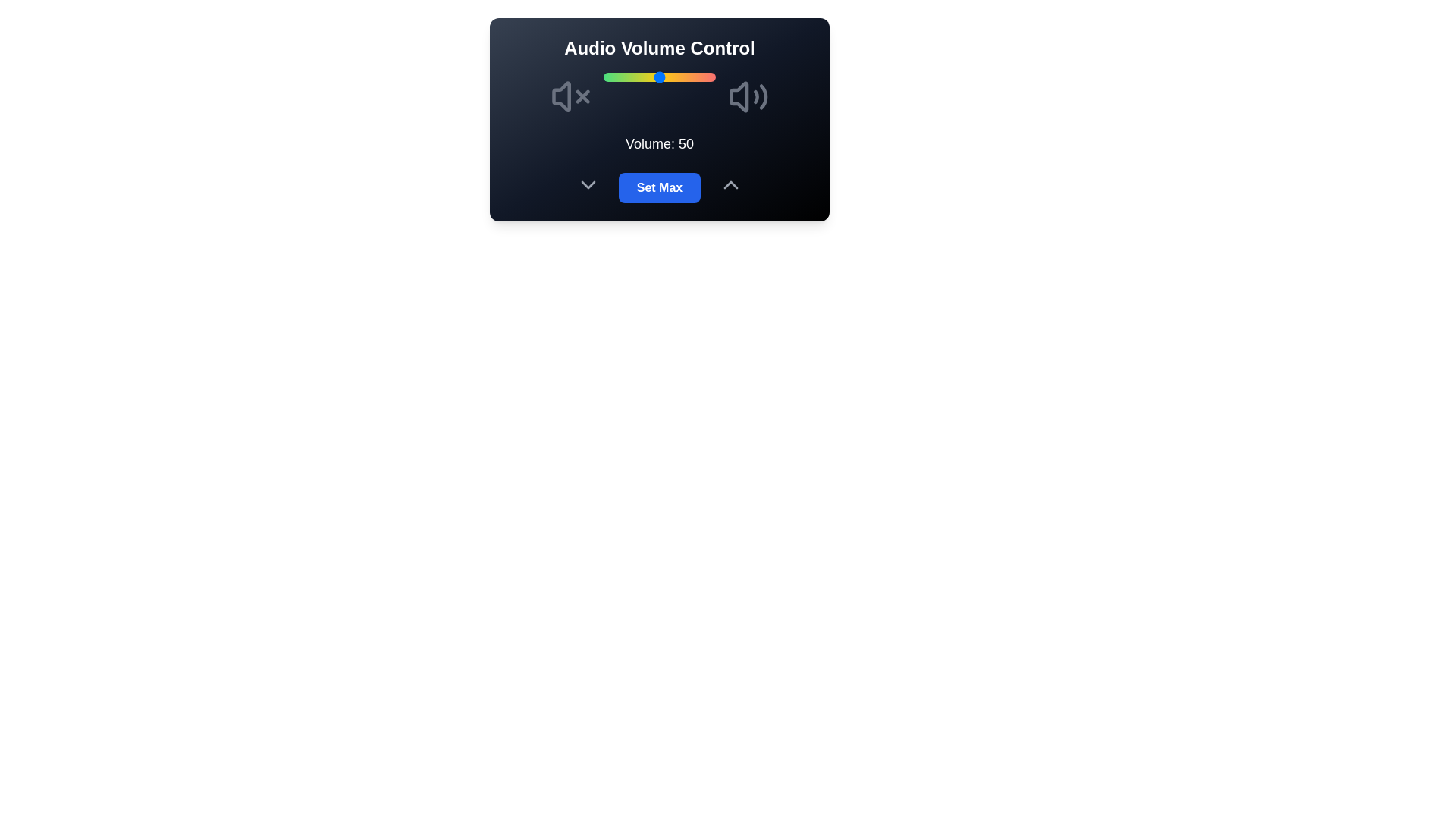 This screenshot has width=1456, height=819. What do you see at coordinates (659, 187) in the screenshot?
I see `'Set Max' button to set the volume to the maximum` at bounding box center [659, 187].